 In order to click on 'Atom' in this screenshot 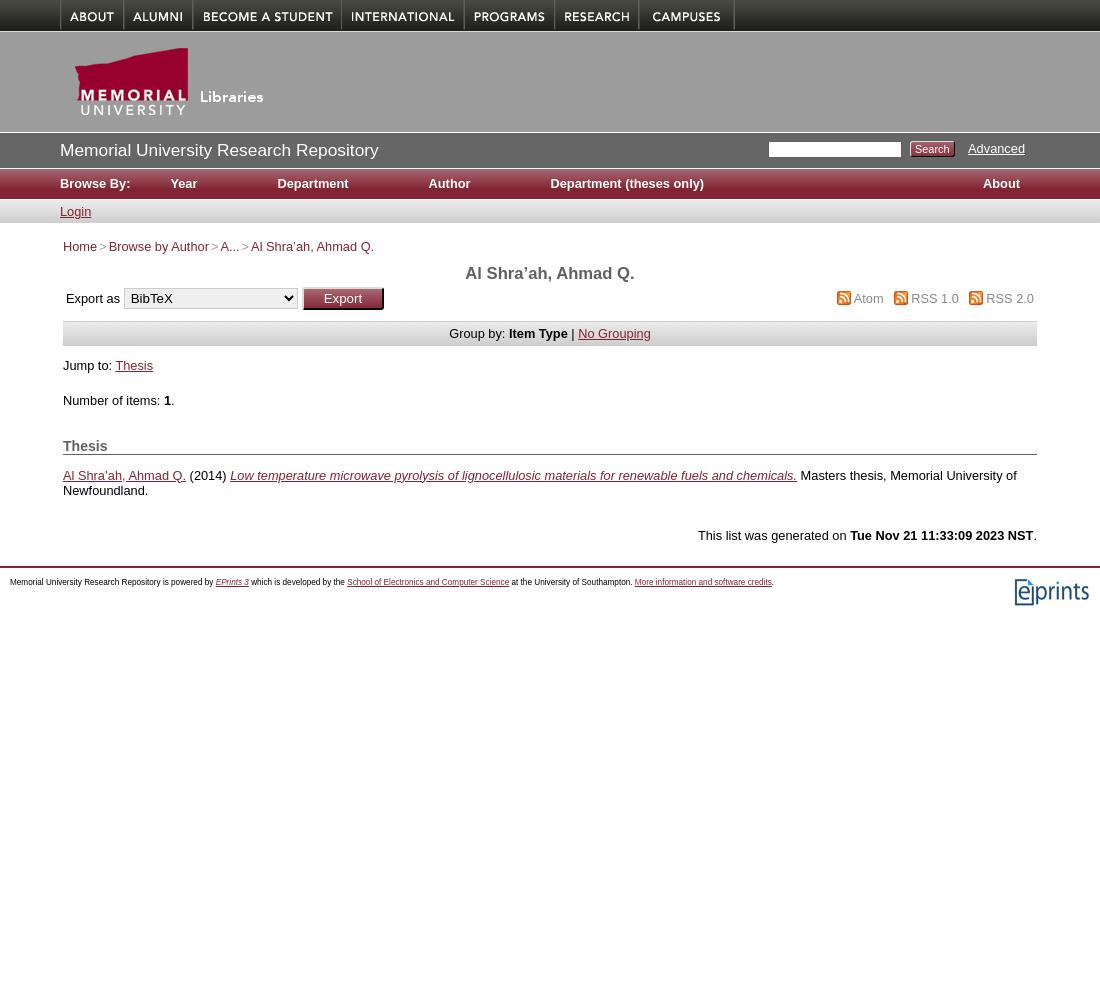, I will do `click(867, 297)`.